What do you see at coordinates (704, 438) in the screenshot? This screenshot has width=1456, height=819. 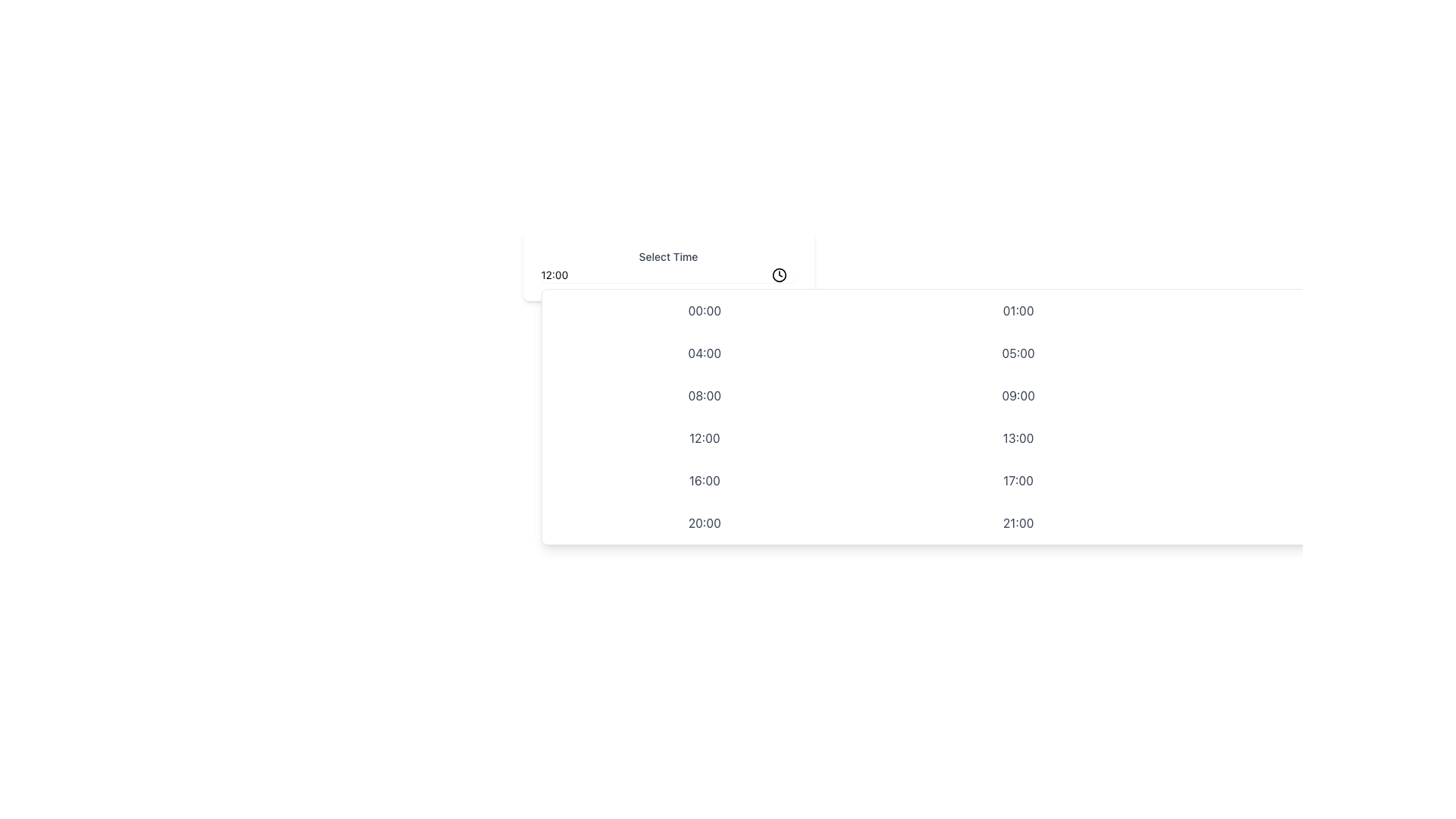 I see `the button in the third row and first column of the grid layout` at bounding box center [704, 438].